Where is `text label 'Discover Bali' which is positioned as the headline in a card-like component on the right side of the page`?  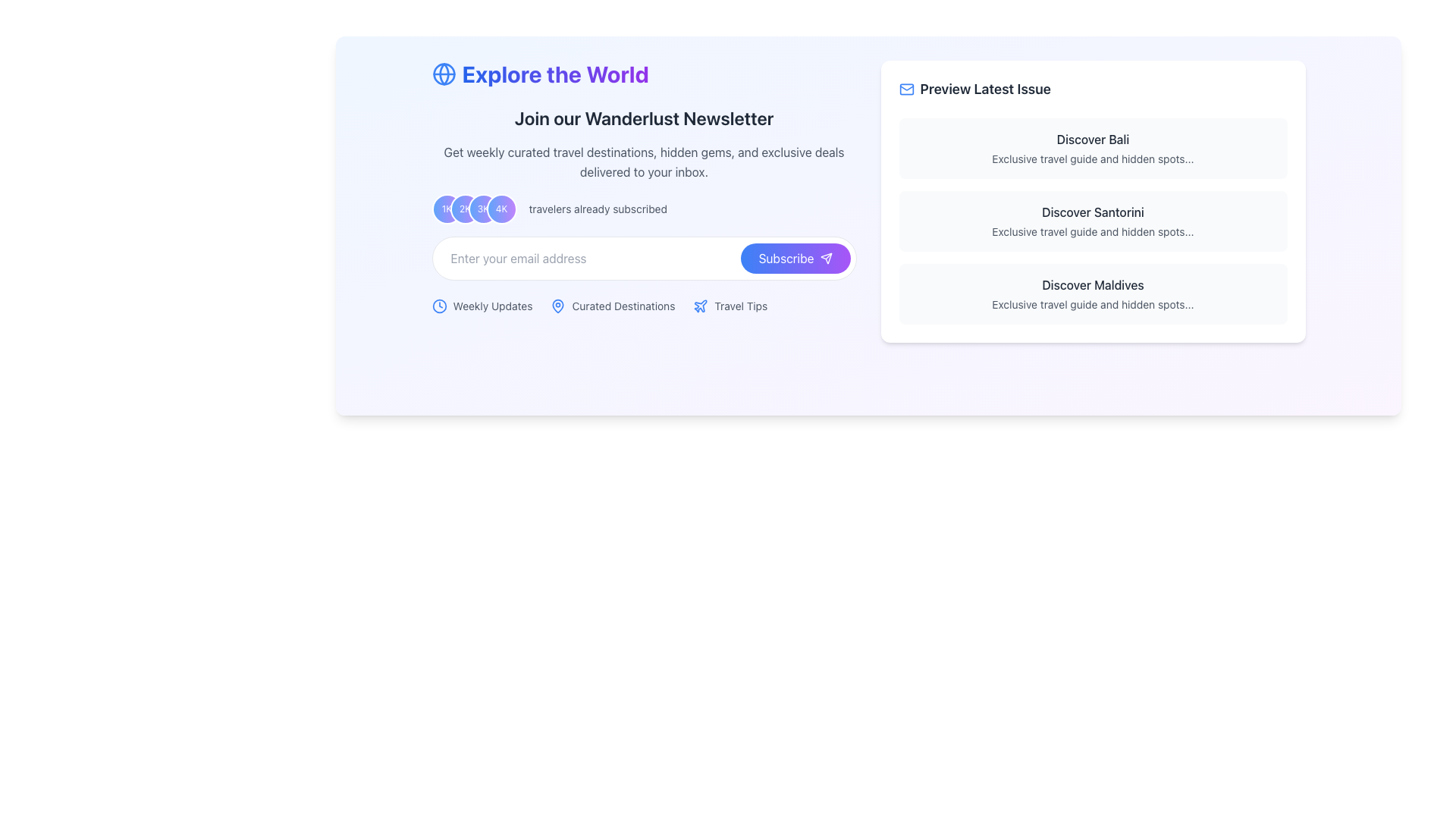 text label 'Discover Bali' which is positioned as the headline in a card-like component on the right side of the page is located at coordinates (1093, 140).